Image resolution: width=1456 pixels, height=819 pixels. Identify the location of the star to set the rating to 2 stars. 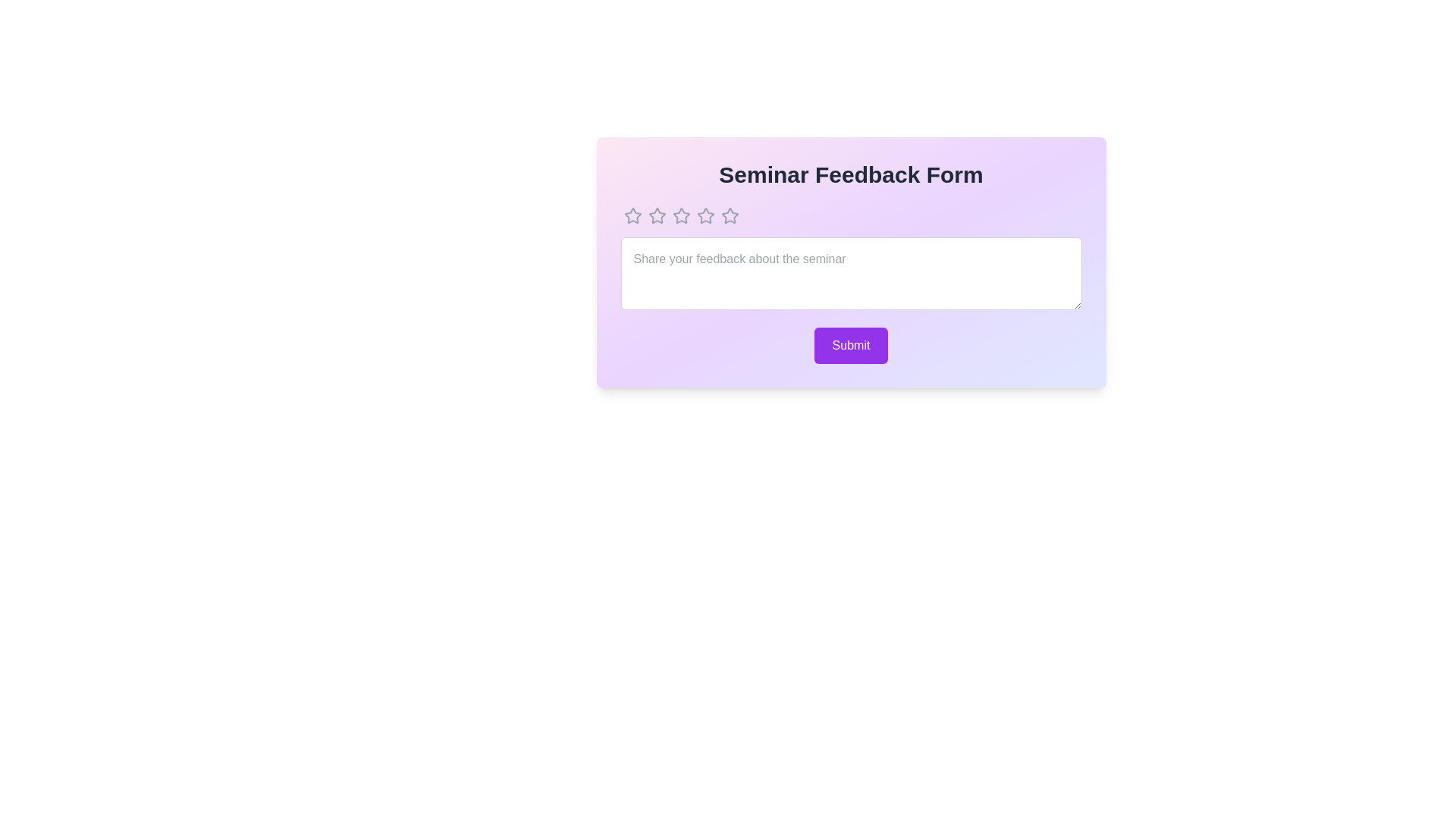
(657, 216).